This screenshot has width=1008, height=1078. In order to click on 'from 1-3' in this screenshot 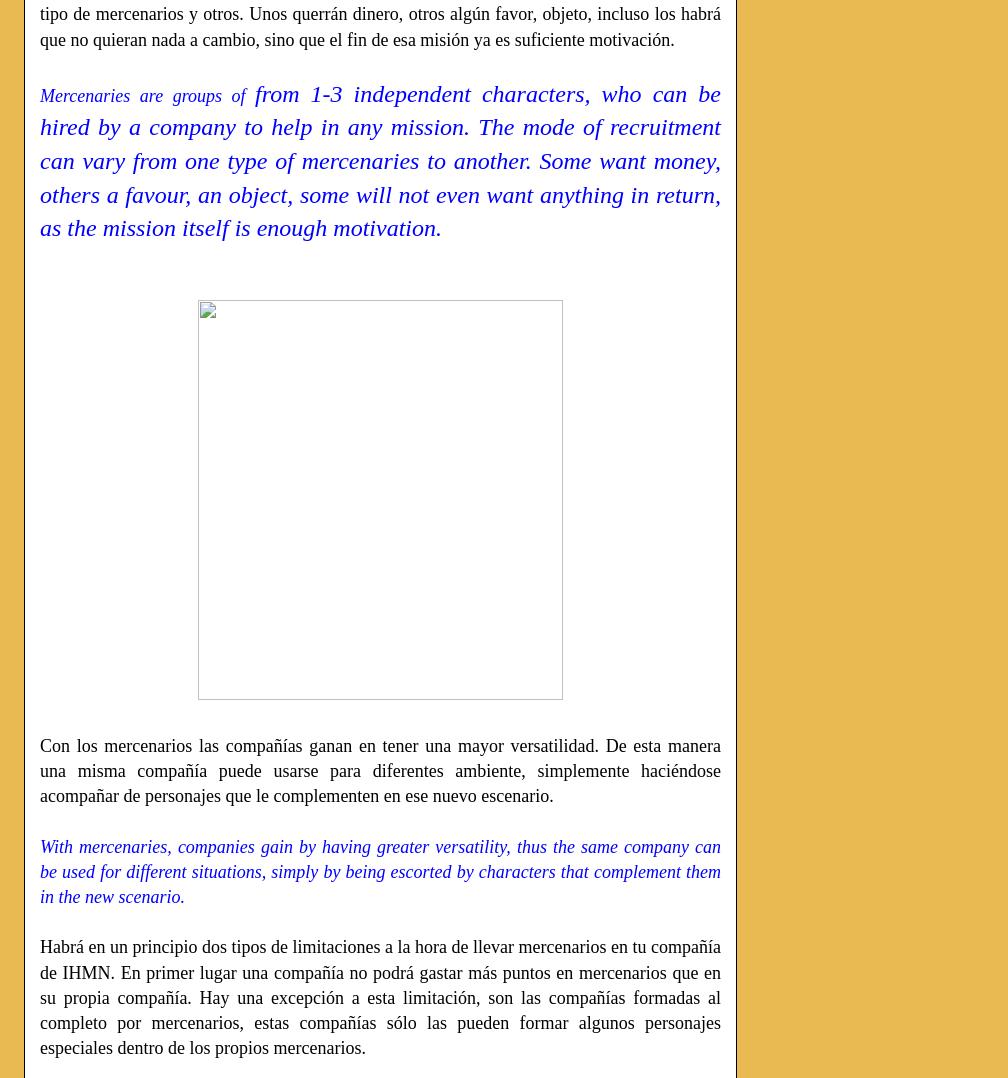, I will do `click(304, 92)`.